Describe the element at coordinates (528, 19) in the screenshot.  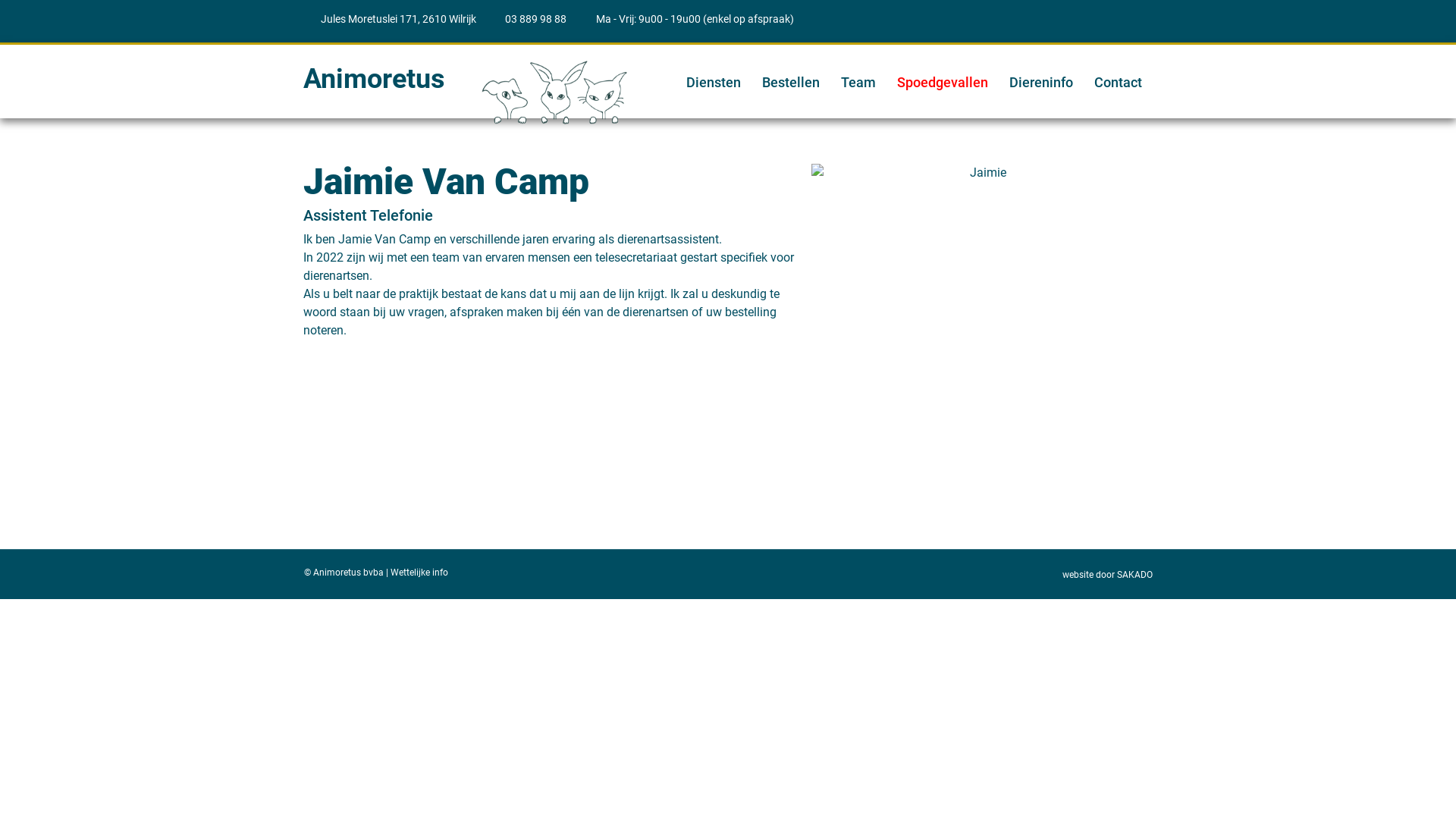
I see `'03 889 98 88'` at that location.